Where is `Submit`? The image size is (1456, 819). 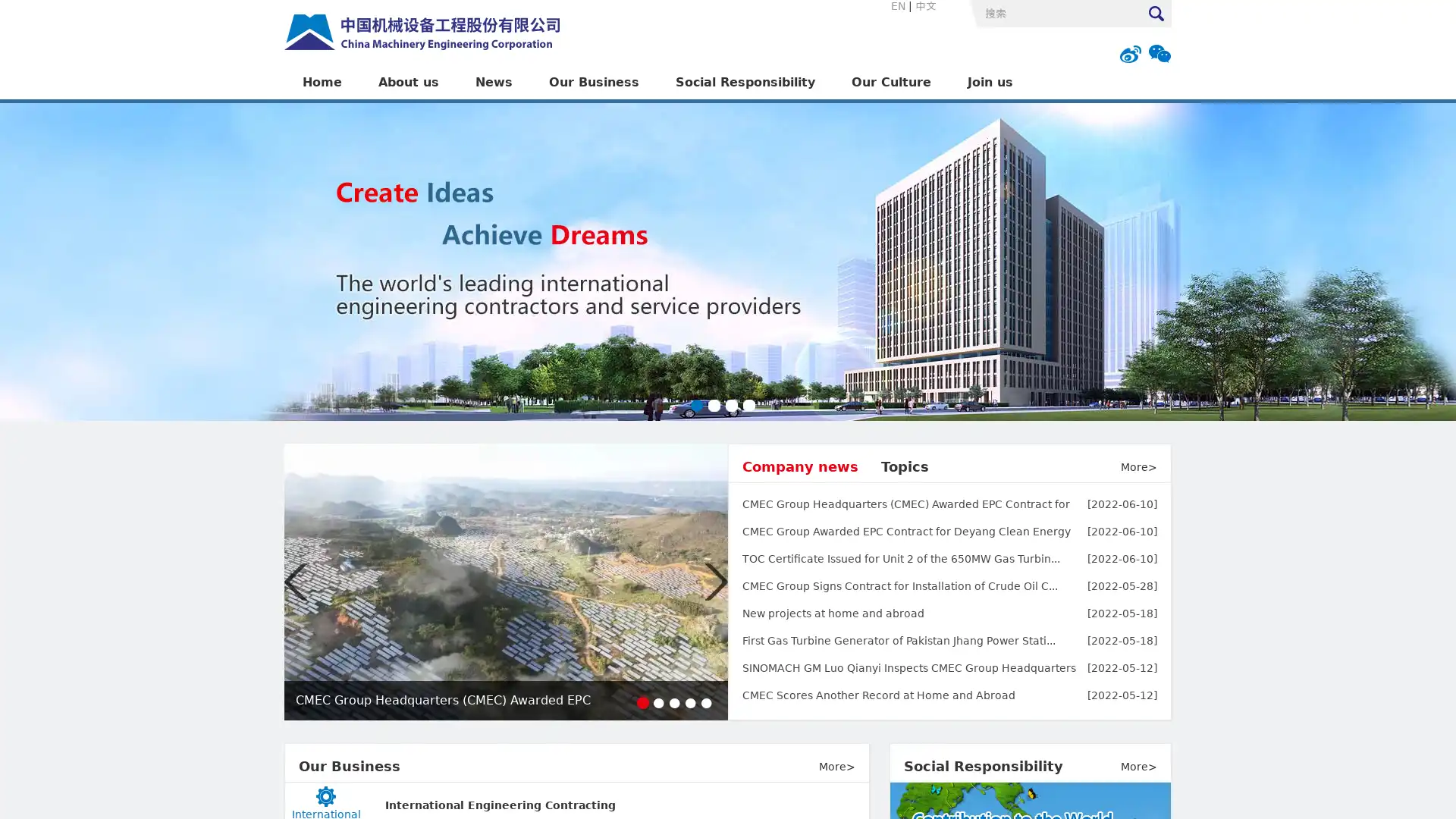 Submit is located at coordinates (1156, 14).